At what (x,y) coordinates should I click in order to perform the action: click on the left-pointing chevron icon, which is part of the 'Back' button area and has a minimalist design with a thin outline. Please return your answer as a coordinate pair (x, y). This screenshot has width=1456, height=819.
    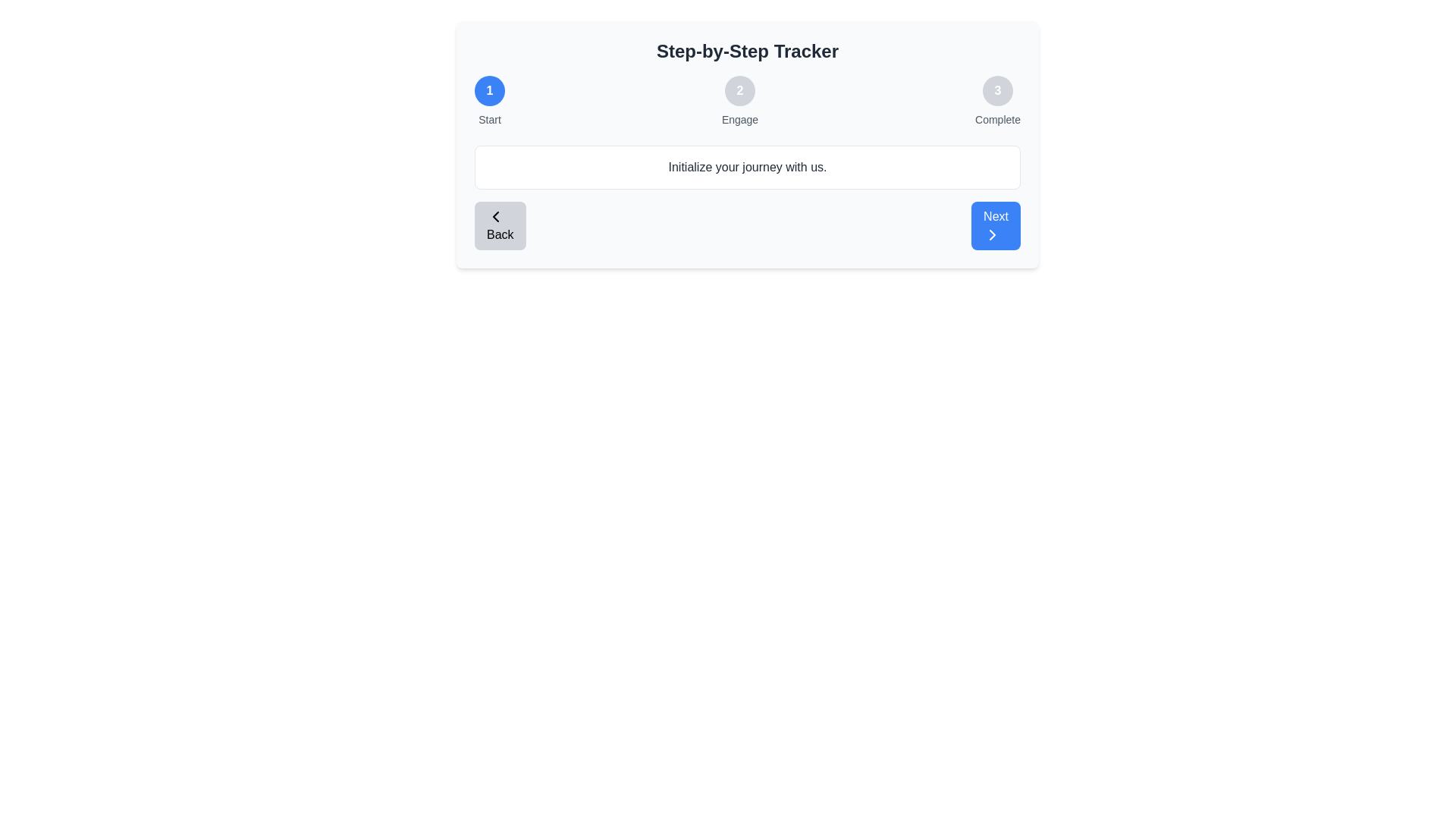
    Looking at the image, I should click on (495, 216).